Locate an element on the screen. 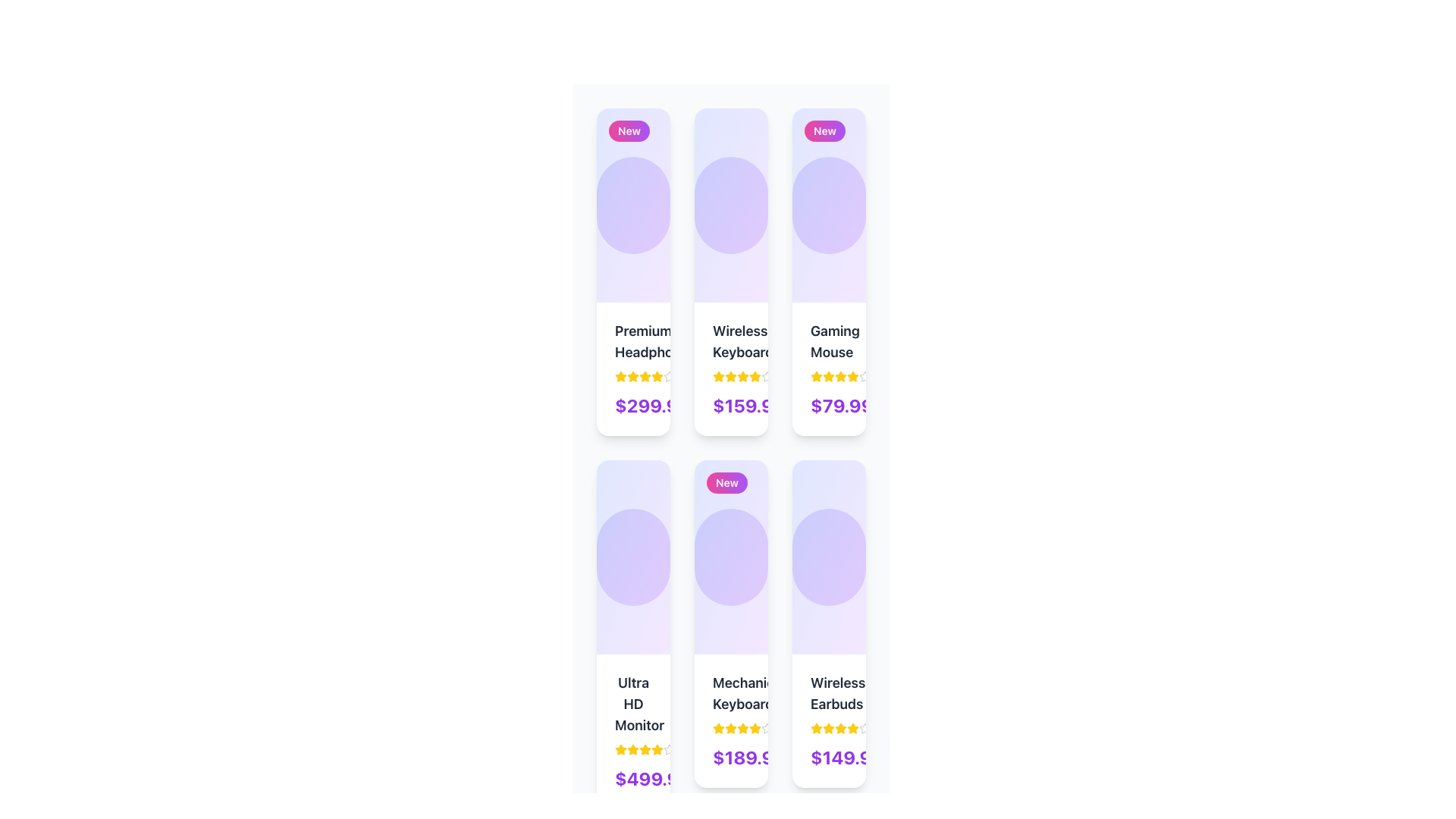 Image resolution: width=1456 pixels, height=819 pixels. the fourth star icon in the rating system for the 'Premium Headphone' product card to visually indicate a 4-star rating is located at coordinates (633, 375).